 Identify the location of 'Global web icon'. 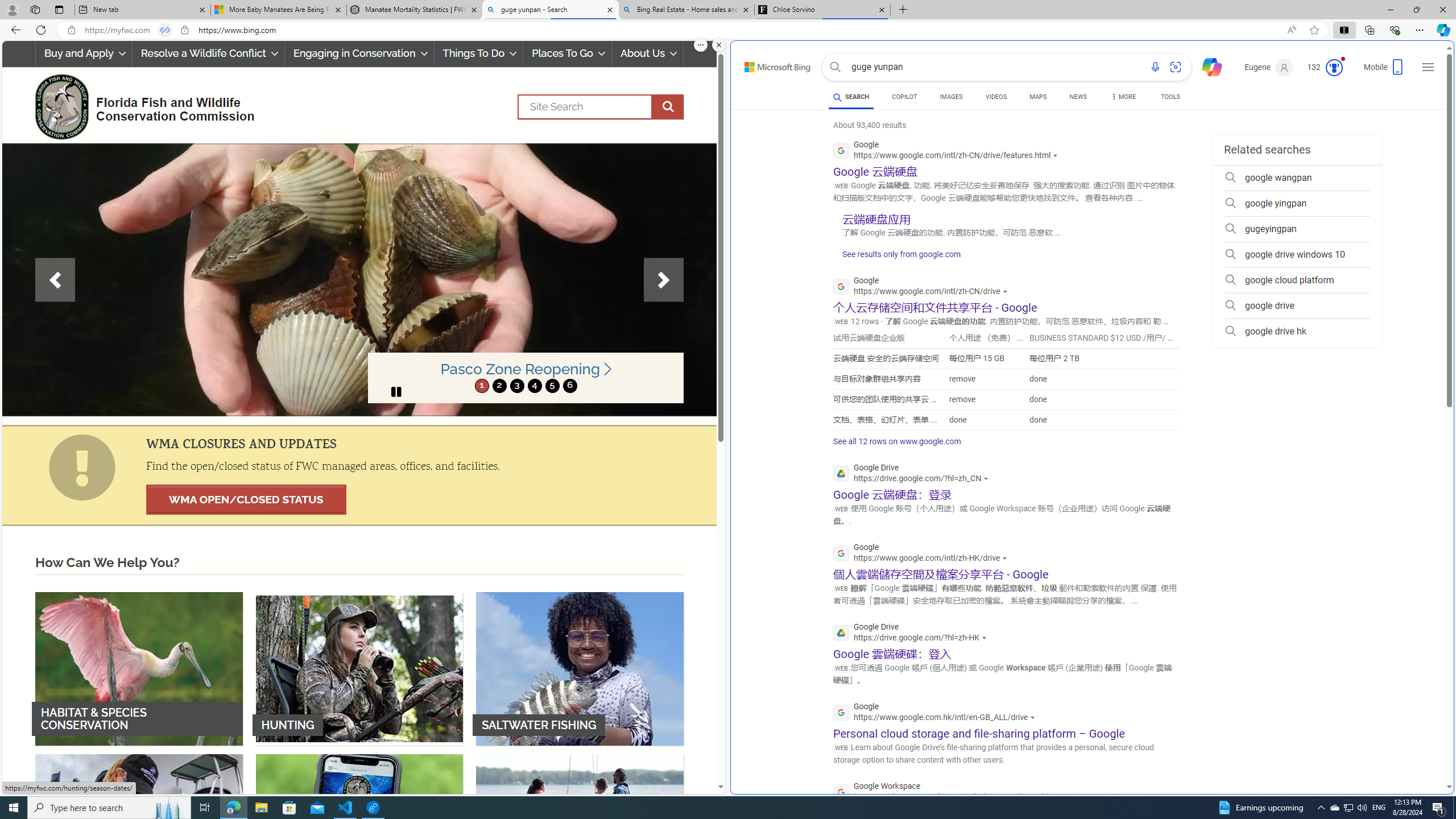
(841, 792).